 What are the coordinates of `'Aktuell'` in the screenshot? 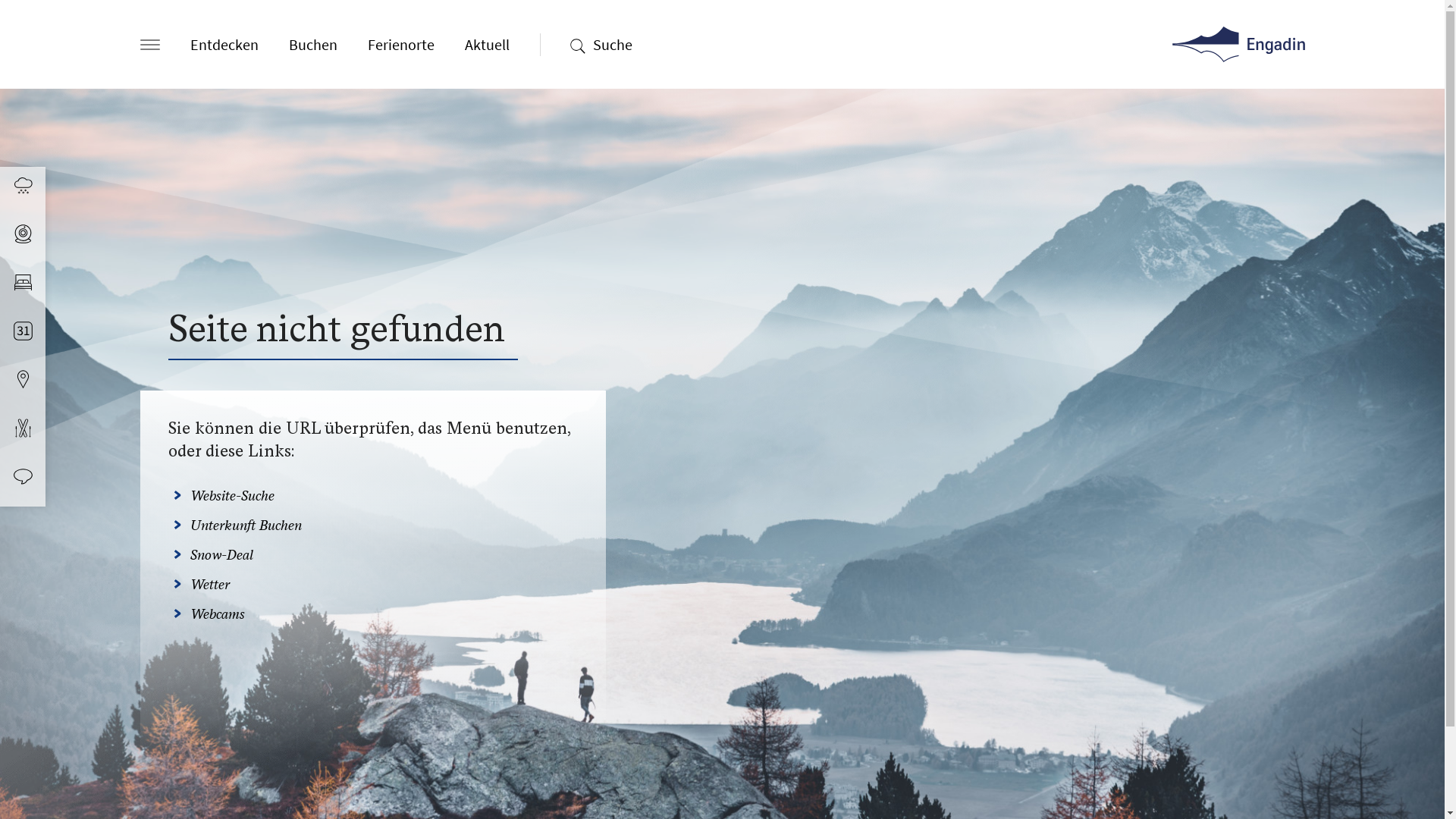 It's located at (463, 43).